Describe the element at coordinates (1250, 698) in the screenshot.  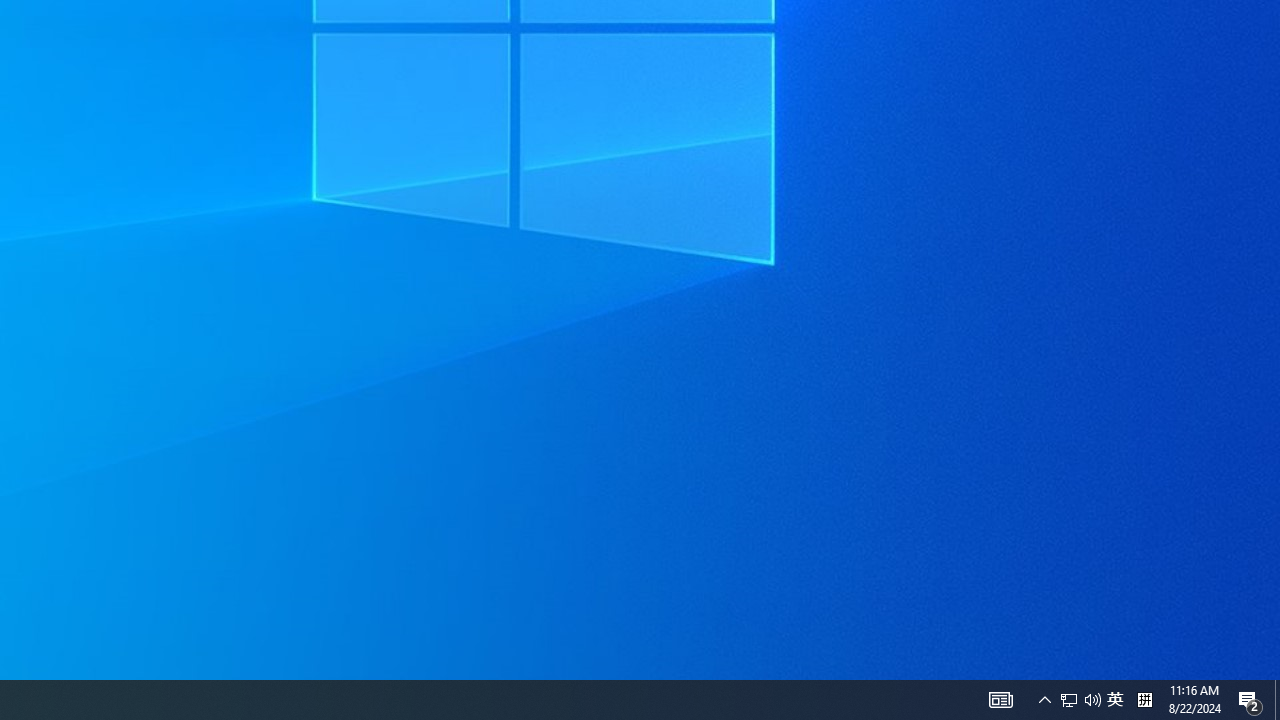
I see `'Show desktop'` at that location.